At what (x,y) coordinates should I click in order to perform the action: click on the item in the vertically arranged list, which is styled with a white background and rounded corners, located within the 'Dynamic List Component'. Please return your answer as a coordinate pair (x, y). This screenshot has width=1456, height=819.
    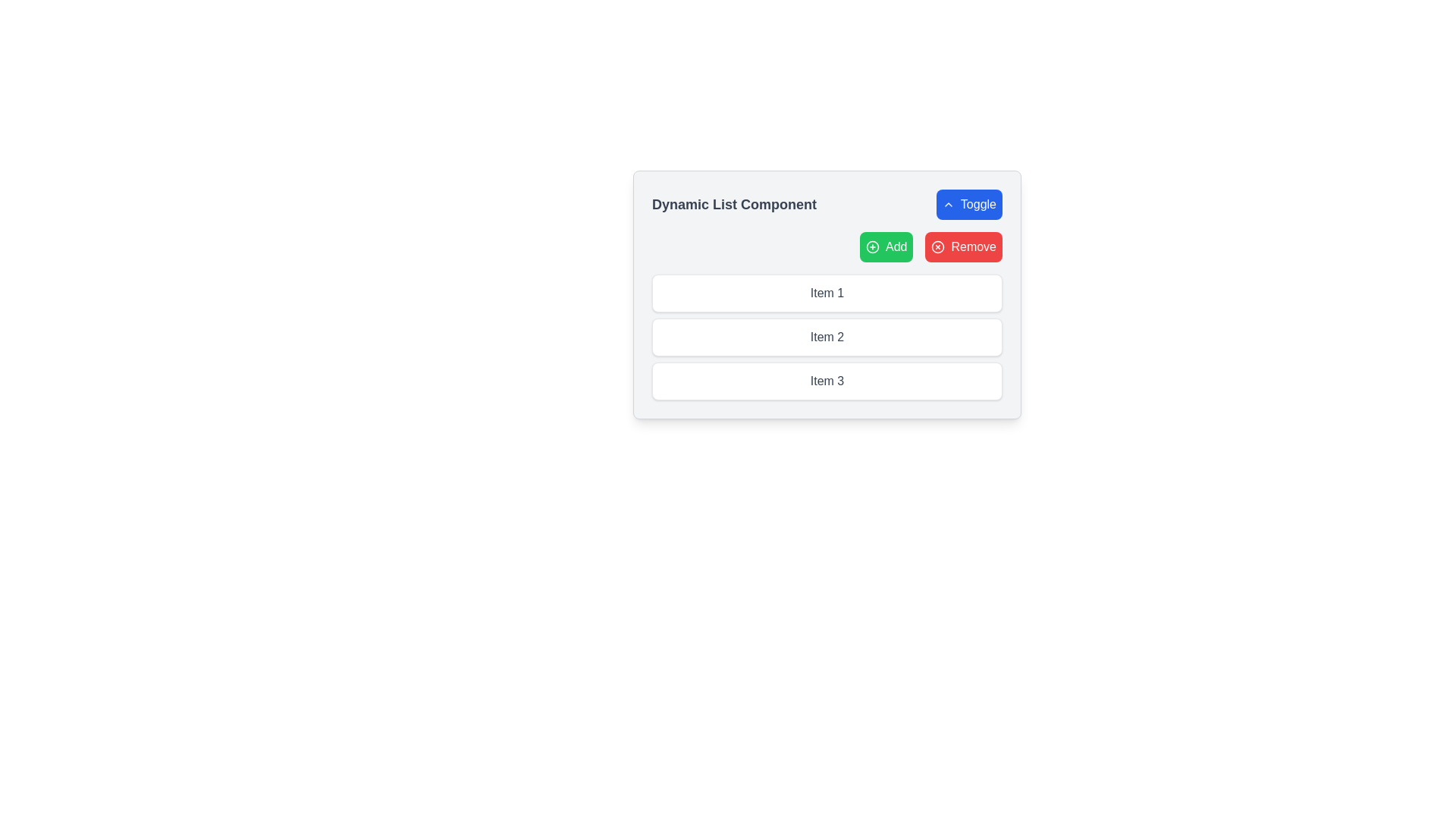
    Looking at the image, I should click on (826, 336).